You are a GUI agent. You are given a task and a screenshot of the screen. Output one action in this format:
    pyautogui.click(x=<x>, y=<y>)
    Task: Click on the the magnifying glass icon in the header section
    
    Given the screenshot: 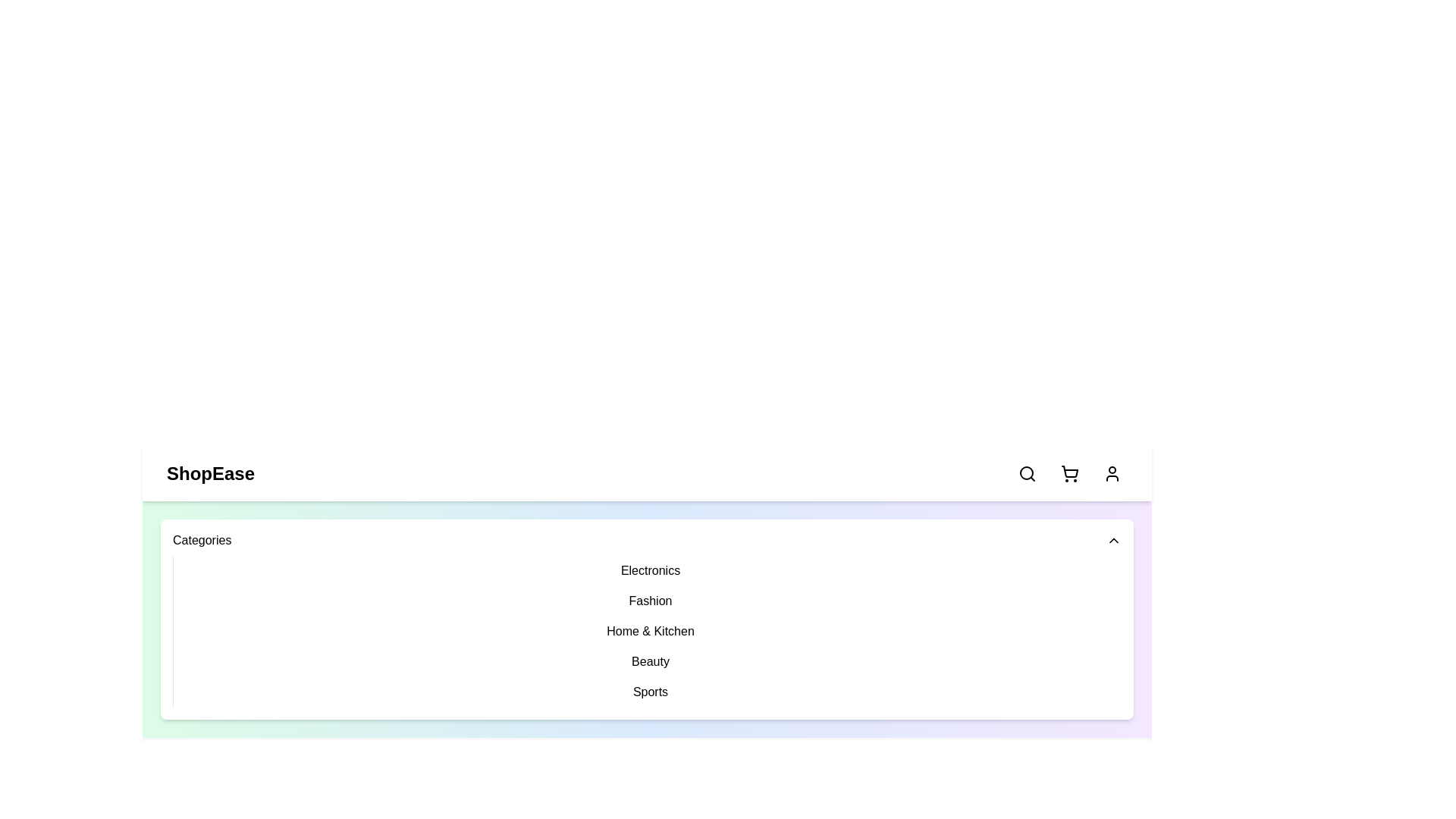 What is the action you would take?
    pyautogui.click(x=1027, y=472)
    